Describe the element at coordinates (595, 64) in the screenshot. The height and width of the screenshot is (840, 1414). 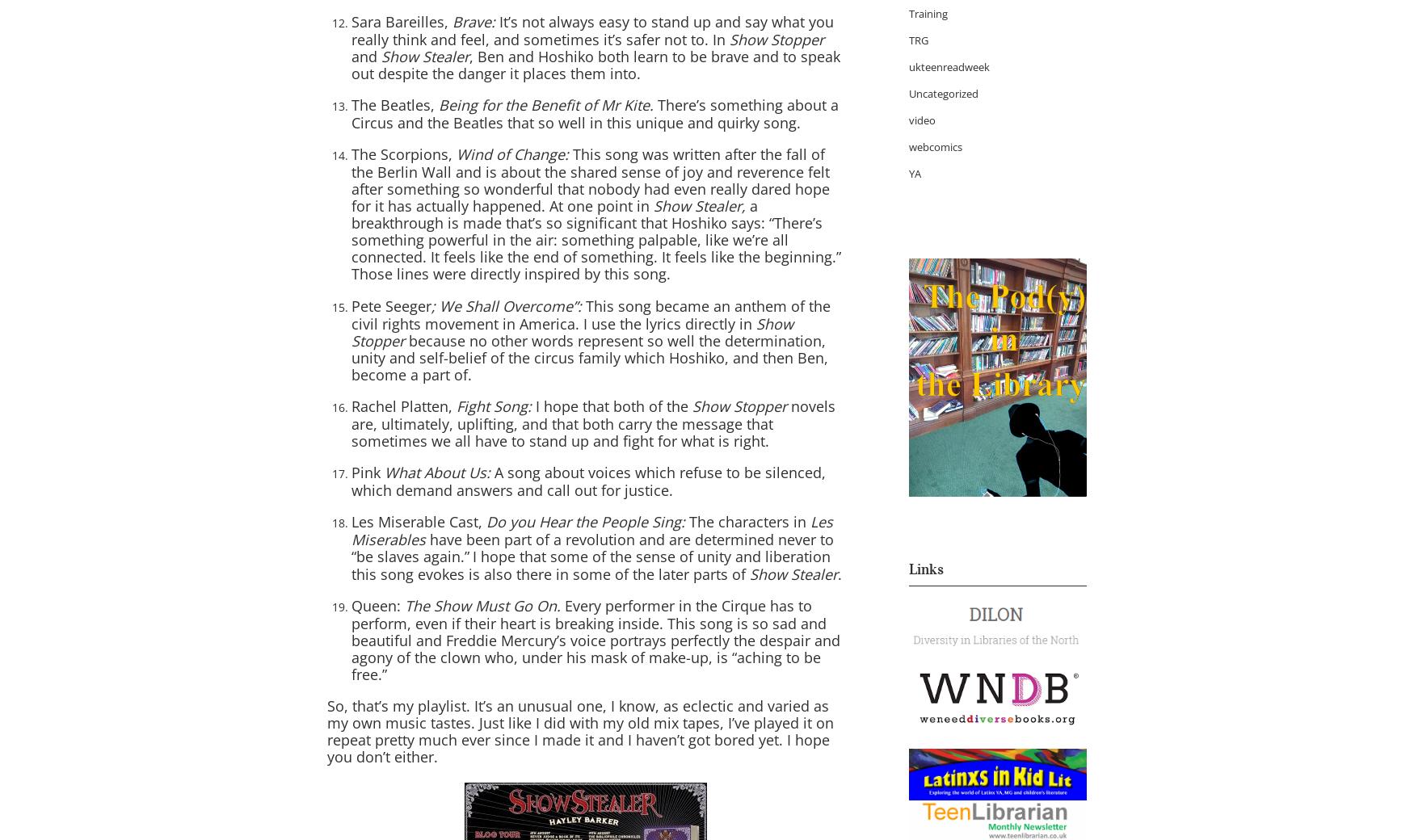
I see `', Ben and Hoshiko both learn to be brave and to speak out despite the danger it places them into.'` at that location.